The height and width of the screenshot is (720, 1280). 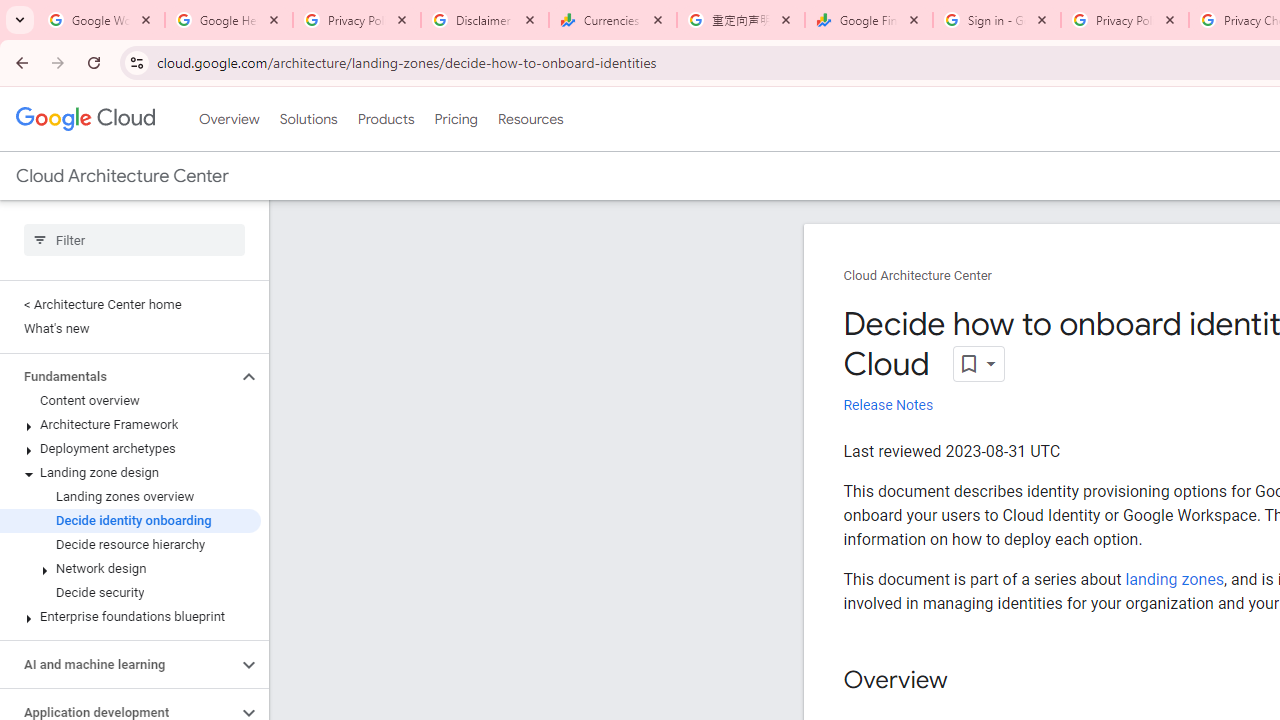 I want to click on 'What', so click(x=129, y=328).